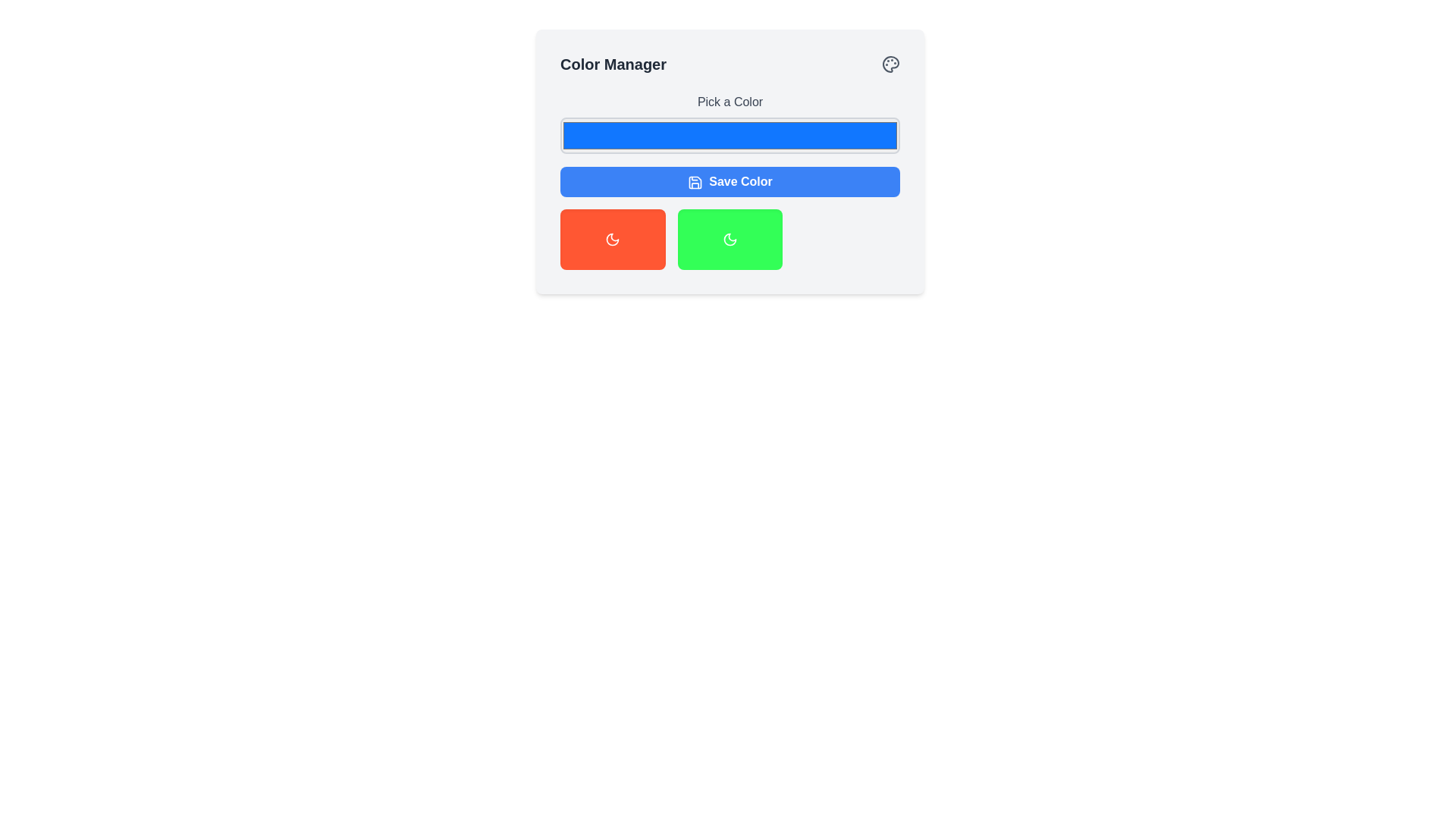  Describe the element at coordinates (730, 180) in the screenshot. I see `the 'Save Color' button with a blue background and white text` at that location.